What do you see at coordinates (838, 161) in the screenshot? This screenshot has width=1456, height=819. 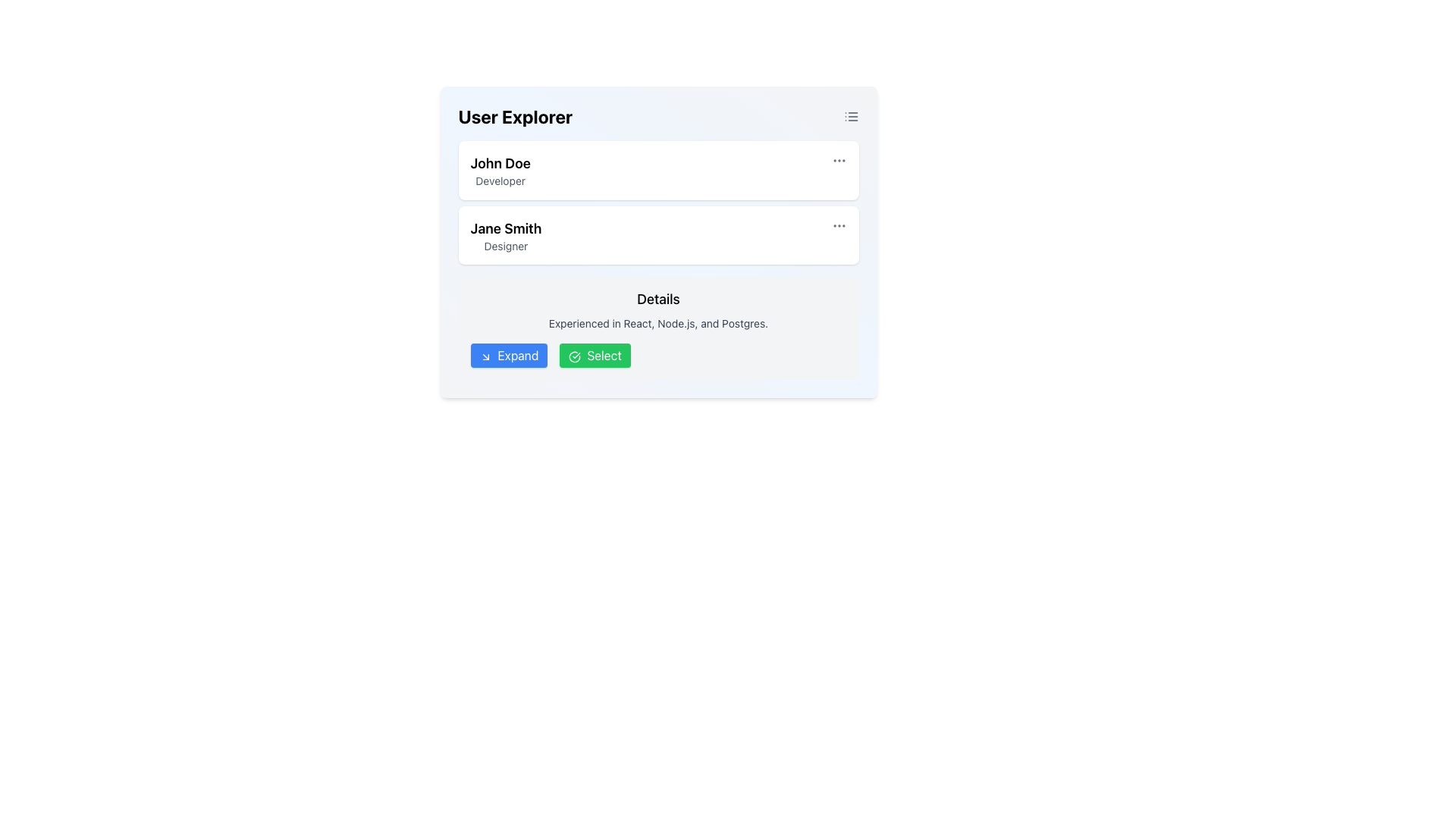 I see `the button represented by three horizontally aligned gray dots located at the top-right corner of the card for 'John Doe - Developer'` at bounding box center [838, 161].